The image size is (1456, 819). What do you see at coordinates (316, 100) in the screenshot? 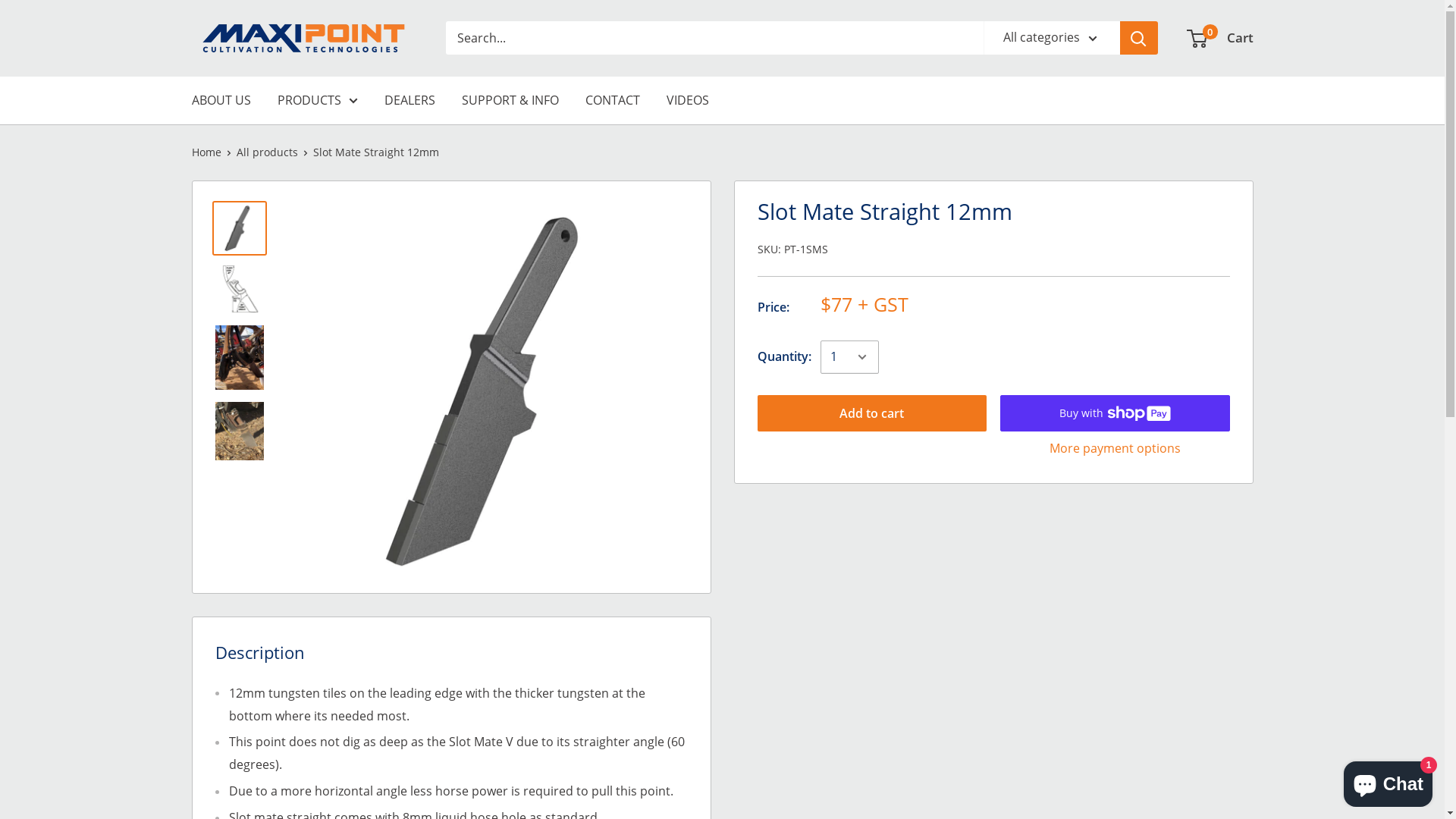
I see `'PRODUCTS'` at bounding box center [316, 100].